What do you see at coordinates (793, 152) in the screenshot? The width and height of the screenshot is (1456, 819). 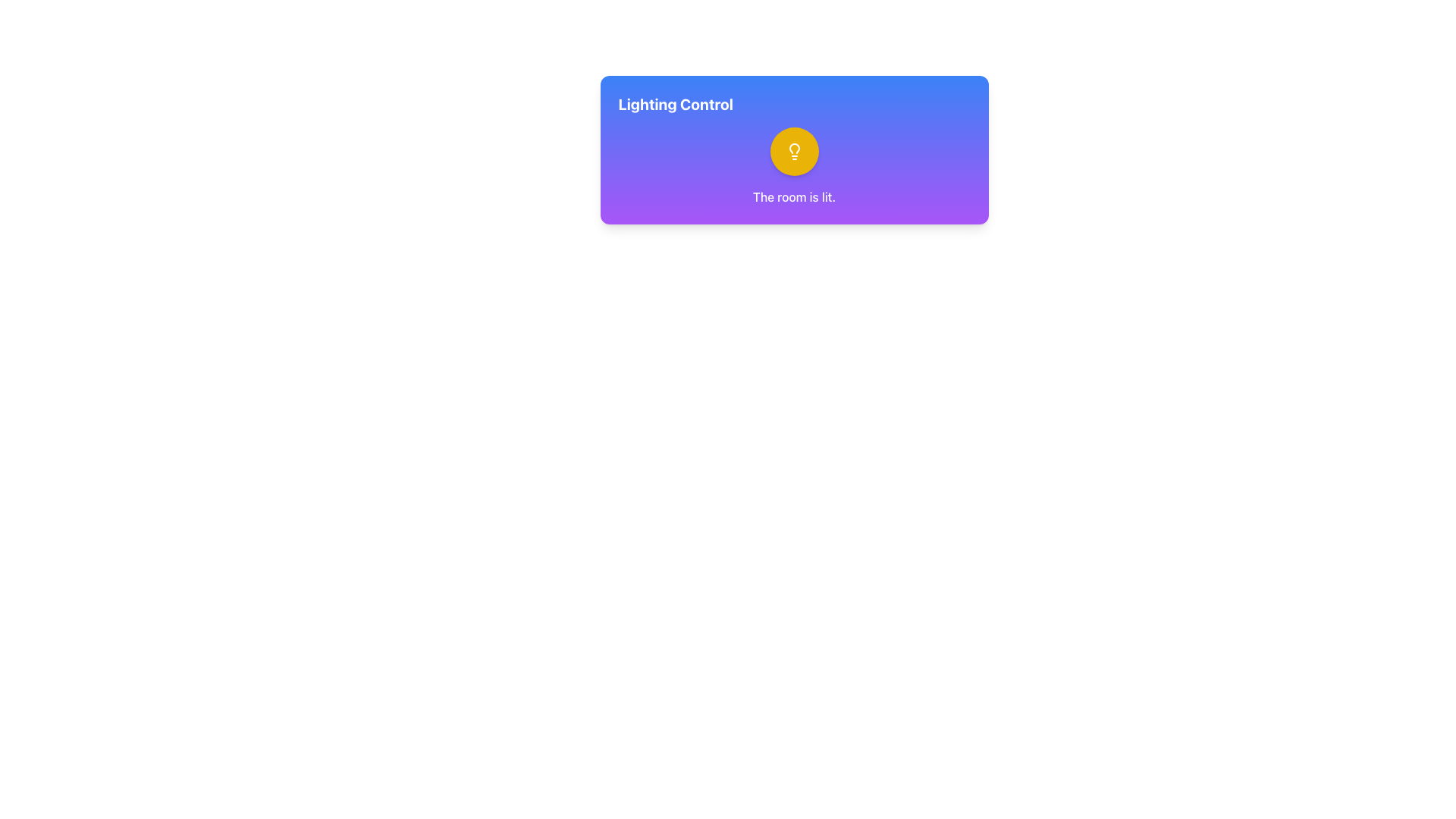 I see `the circular yellow button with a white light bulb icon` at bounding box center [793, 152].